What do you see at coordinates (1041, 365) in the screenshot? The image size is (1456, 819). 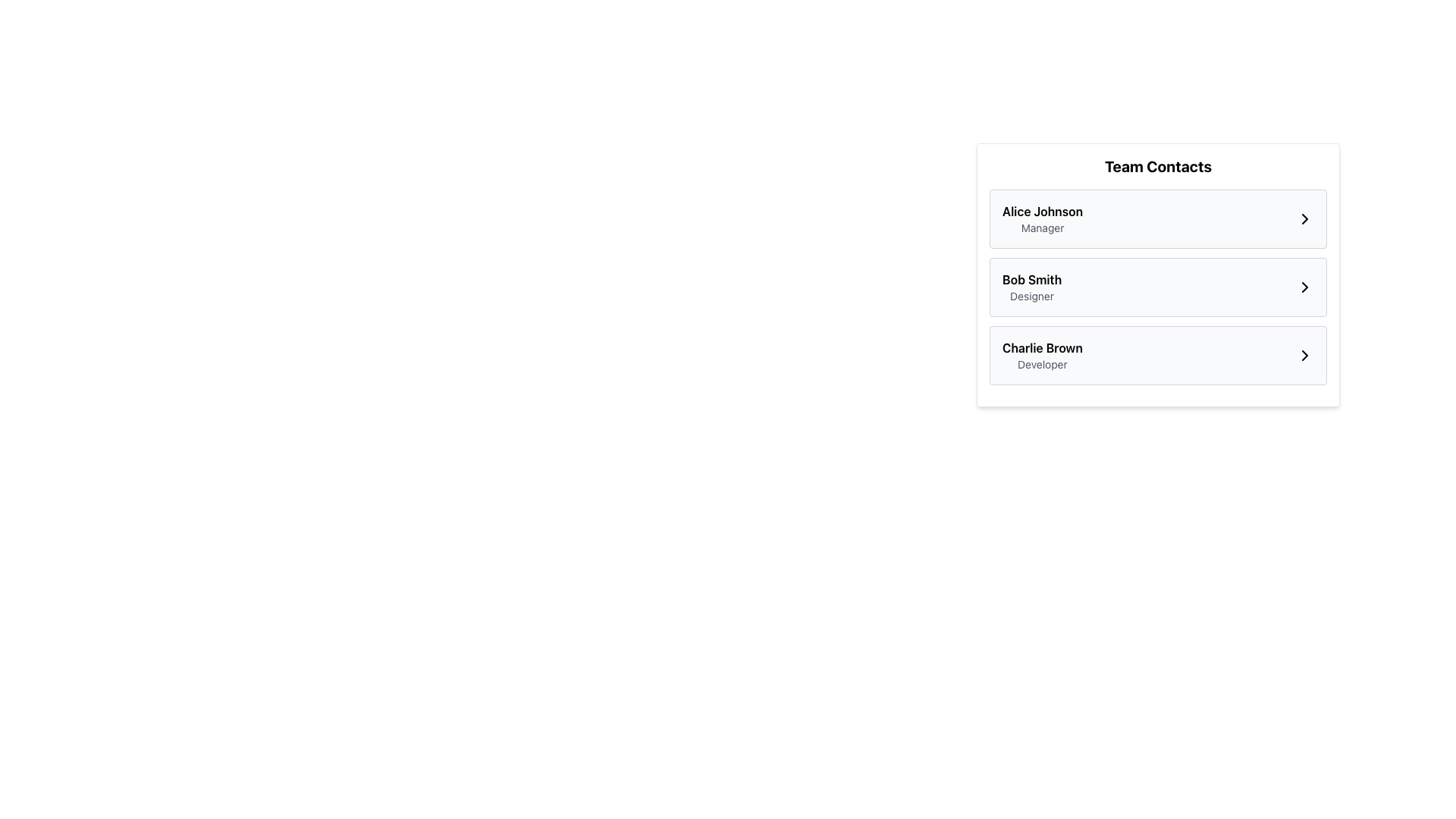 I see `the text label displaying the role or position of 'Charlie Brown' located underneath his name in the third card of the 'Team Contacts' section` at bounding box center [1041, 365].